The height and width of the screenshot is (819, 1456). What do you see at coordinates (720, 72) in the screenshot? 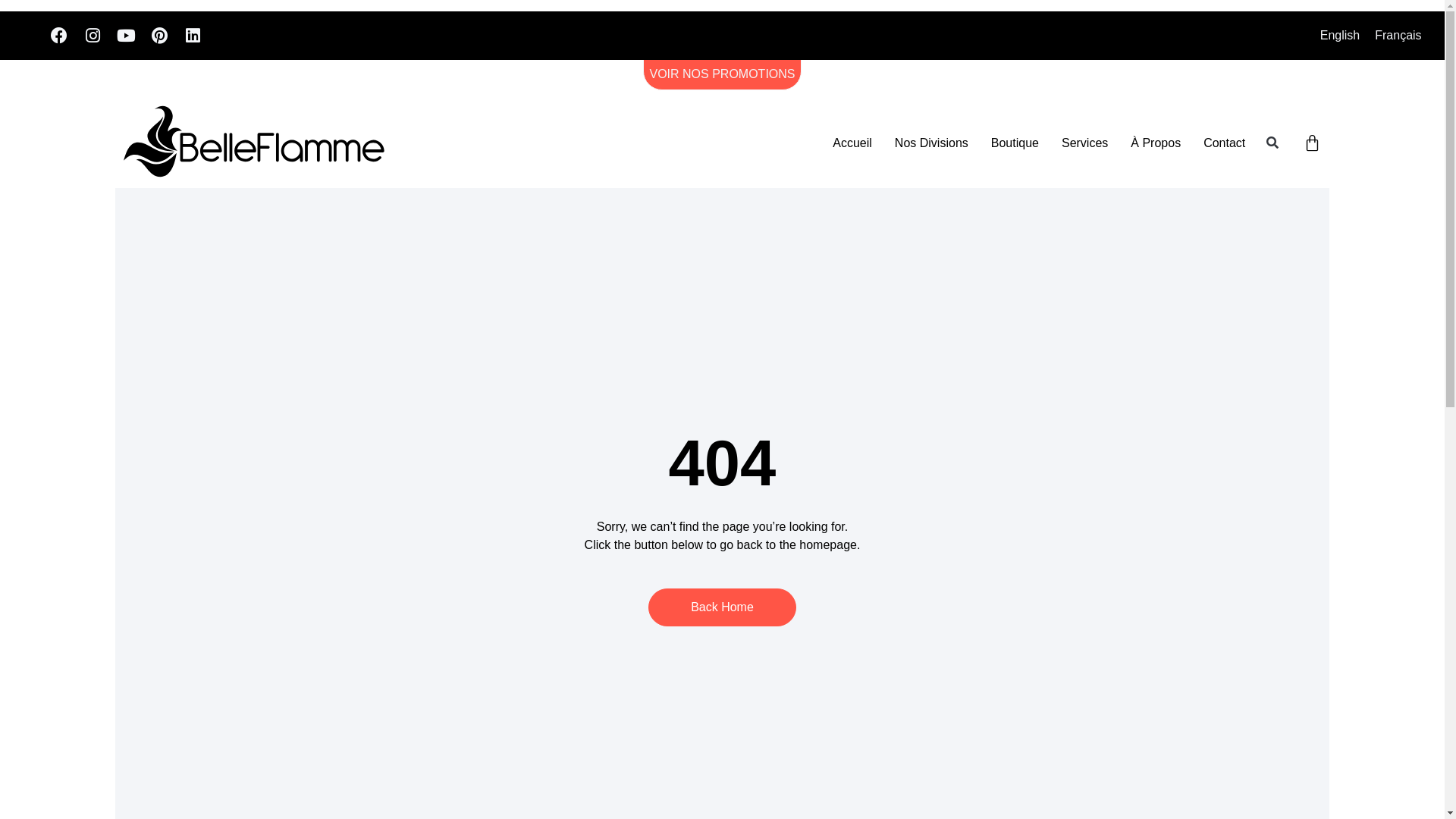
I see `'VOIR NOS PROMOTIONS'` at bounding box center [720, 72].